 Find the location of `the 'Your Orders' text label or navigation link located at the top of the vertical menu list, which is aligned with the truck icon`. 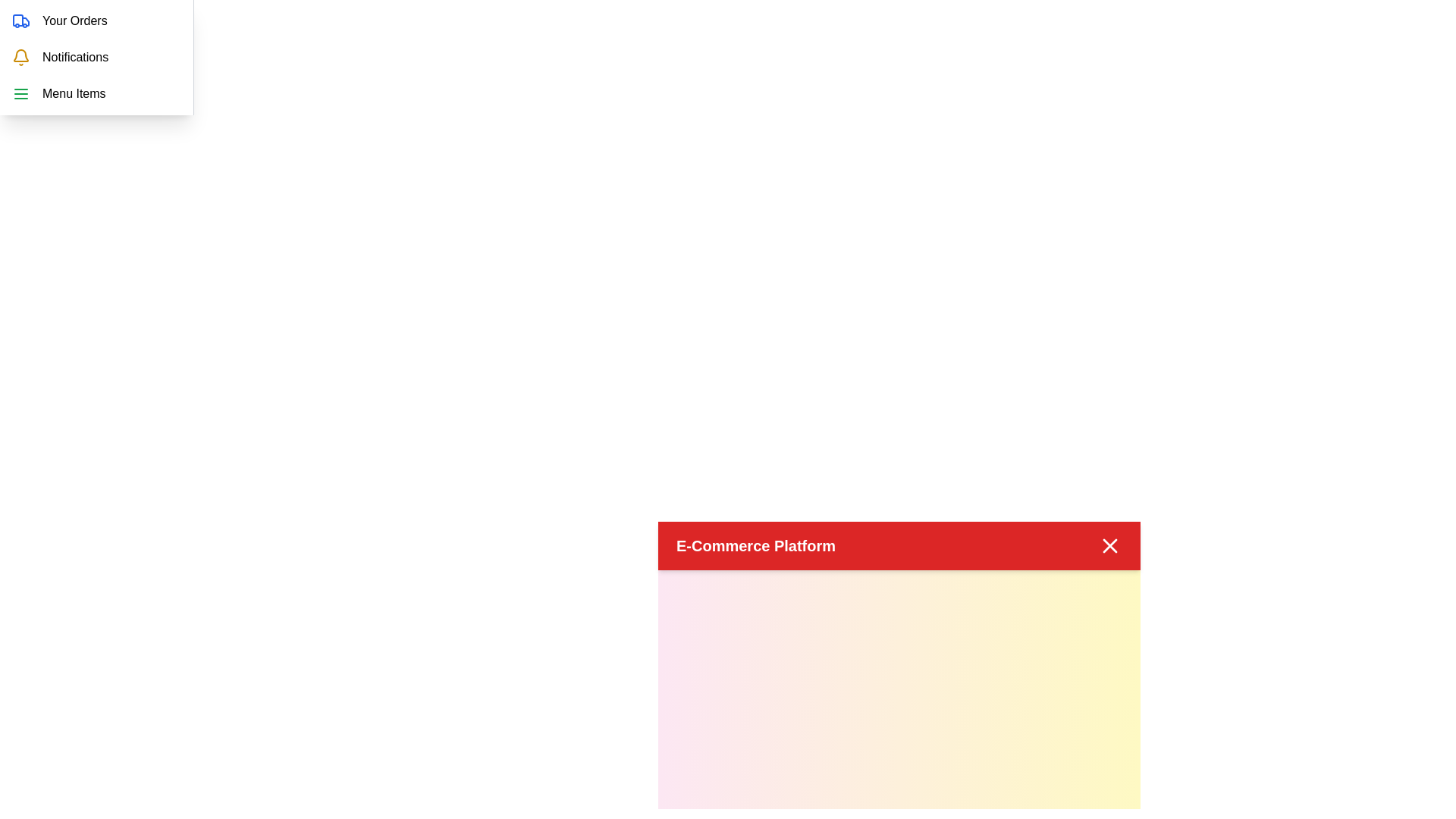

the 'Your Orders' text label or navigation link located at the top of the vertical menu list, which is aligned with the truck icon is located at coordinates (74, 20).